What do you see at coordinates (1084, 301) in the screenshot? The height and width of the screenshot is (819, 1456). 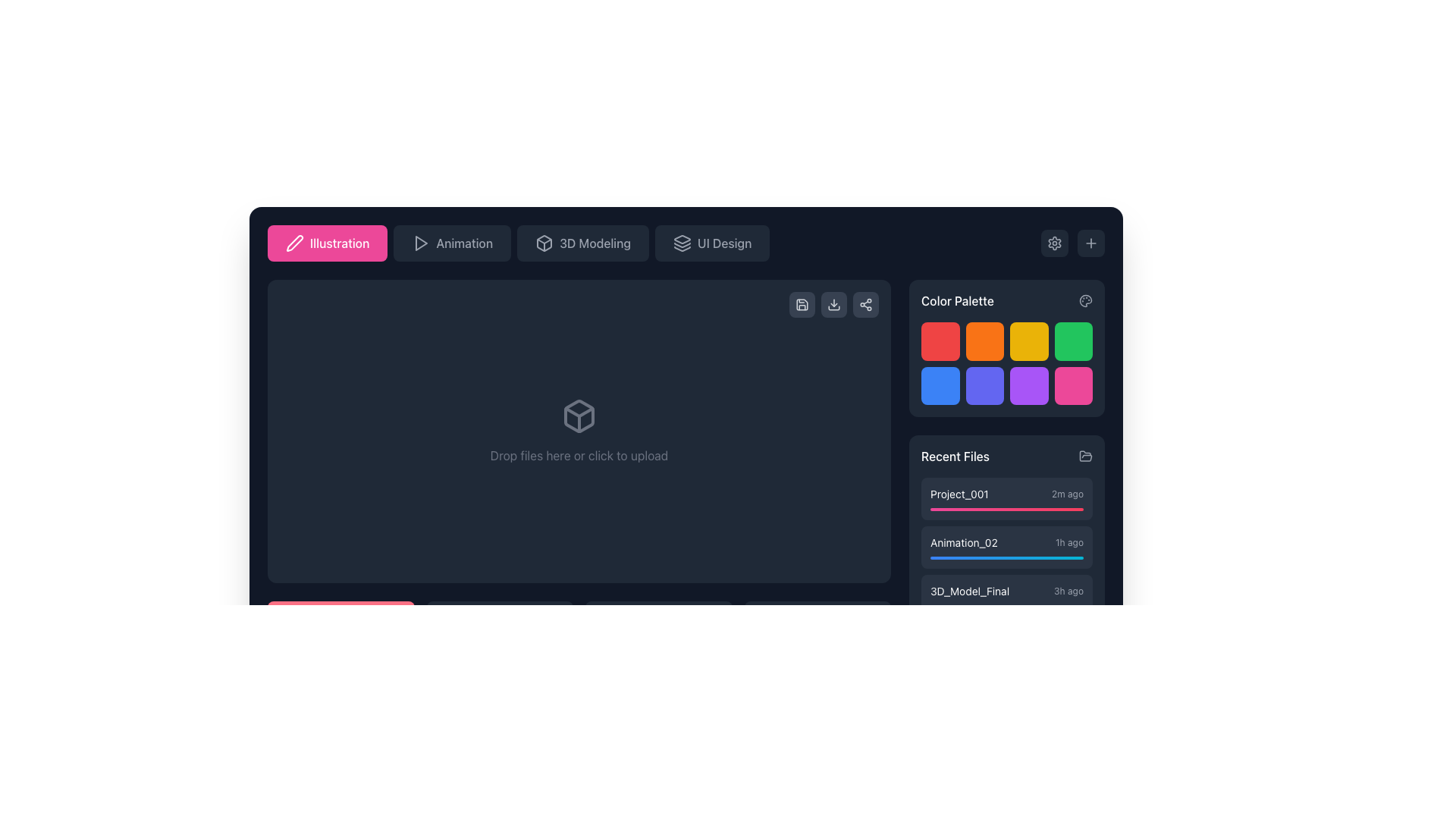 I see `the artist's palette icon located towards the upper right of the interface, which visually represents part of the artist's palette` at bounding box center [1084, 301].